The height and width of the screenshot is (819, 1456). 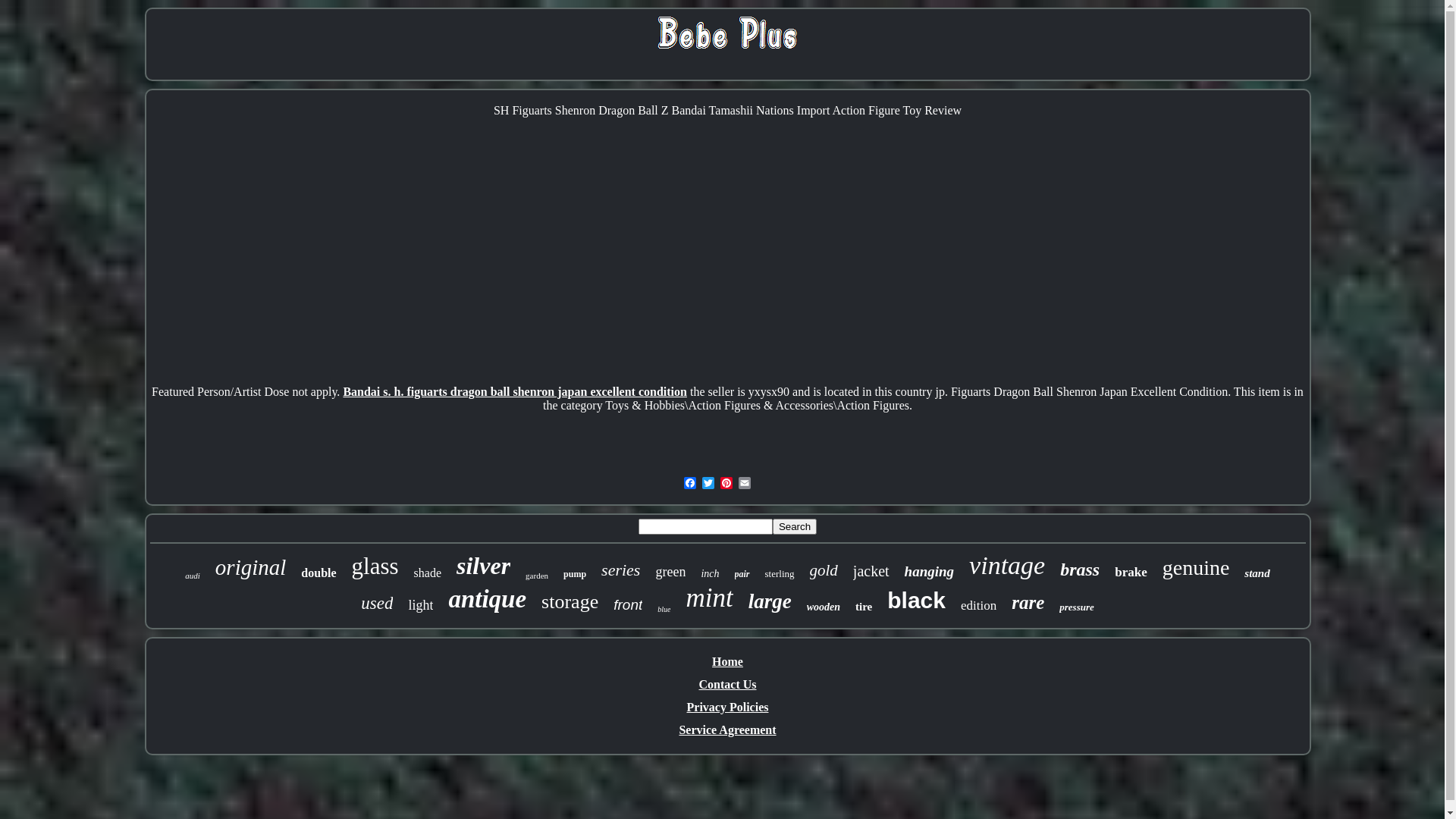 What do you see at coordinates (728, 684) in the screenshot?
I see `'Contact Us'` at bounding box center [728, 684].